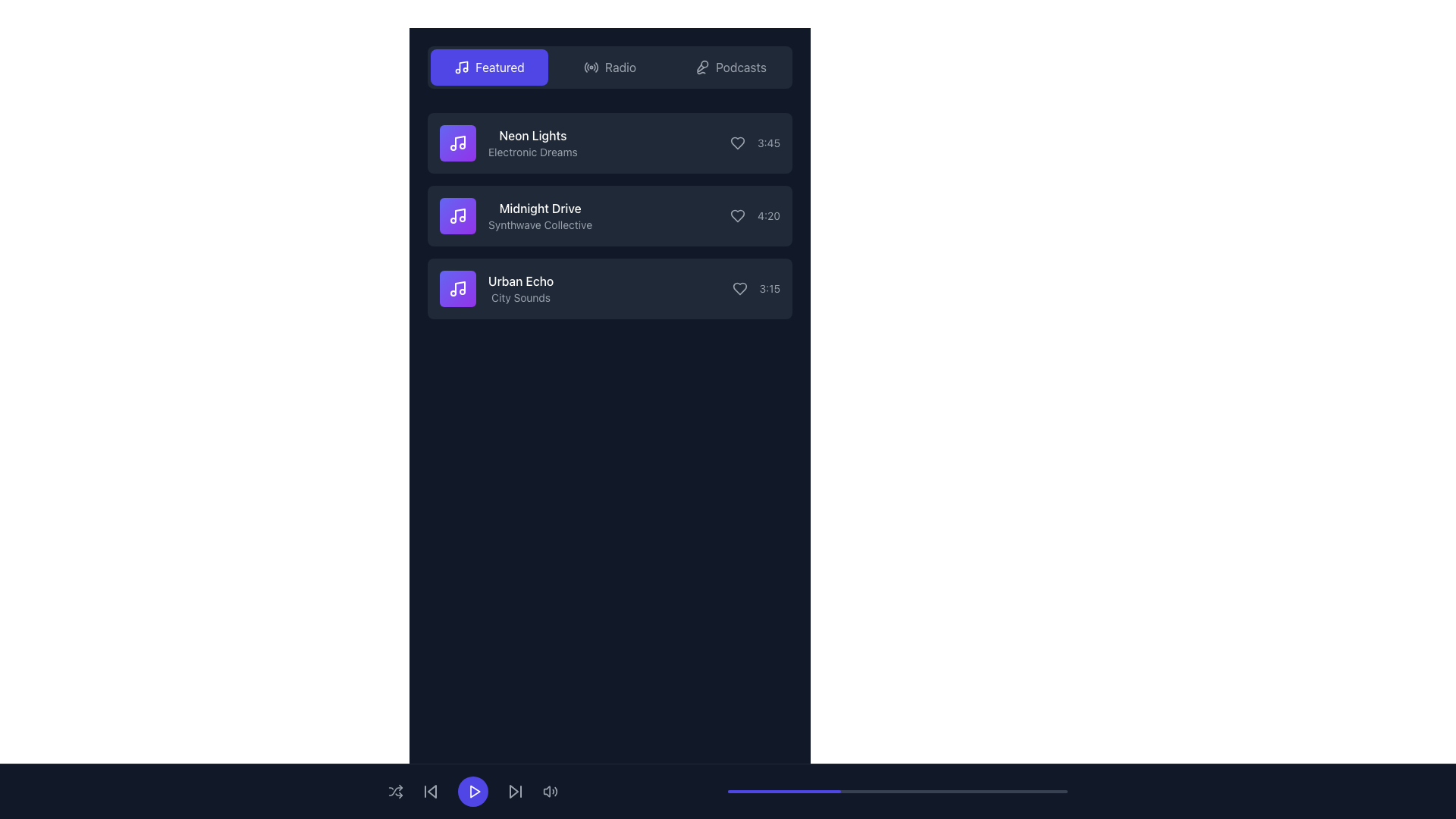  What do you see at coordinates (396, 791) in the screenshot?
I see `the shuffle button located in the bottom-left corner of the media player interface` at bounding box center [396, 791].